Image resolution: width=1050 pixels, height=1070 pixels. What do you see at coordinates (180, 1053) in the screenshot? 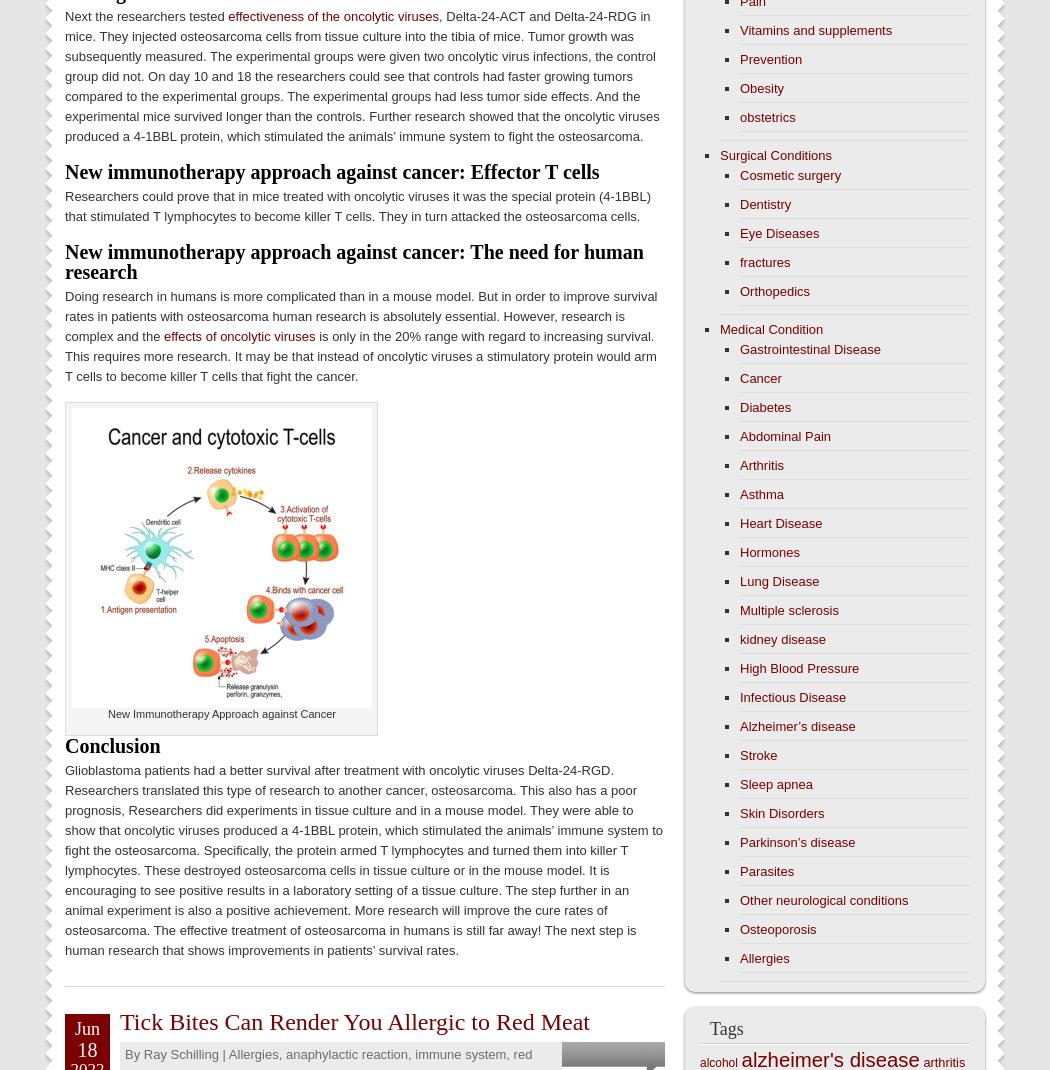
I see `'Ray Schilling'` at bounding box center [180, 1053].